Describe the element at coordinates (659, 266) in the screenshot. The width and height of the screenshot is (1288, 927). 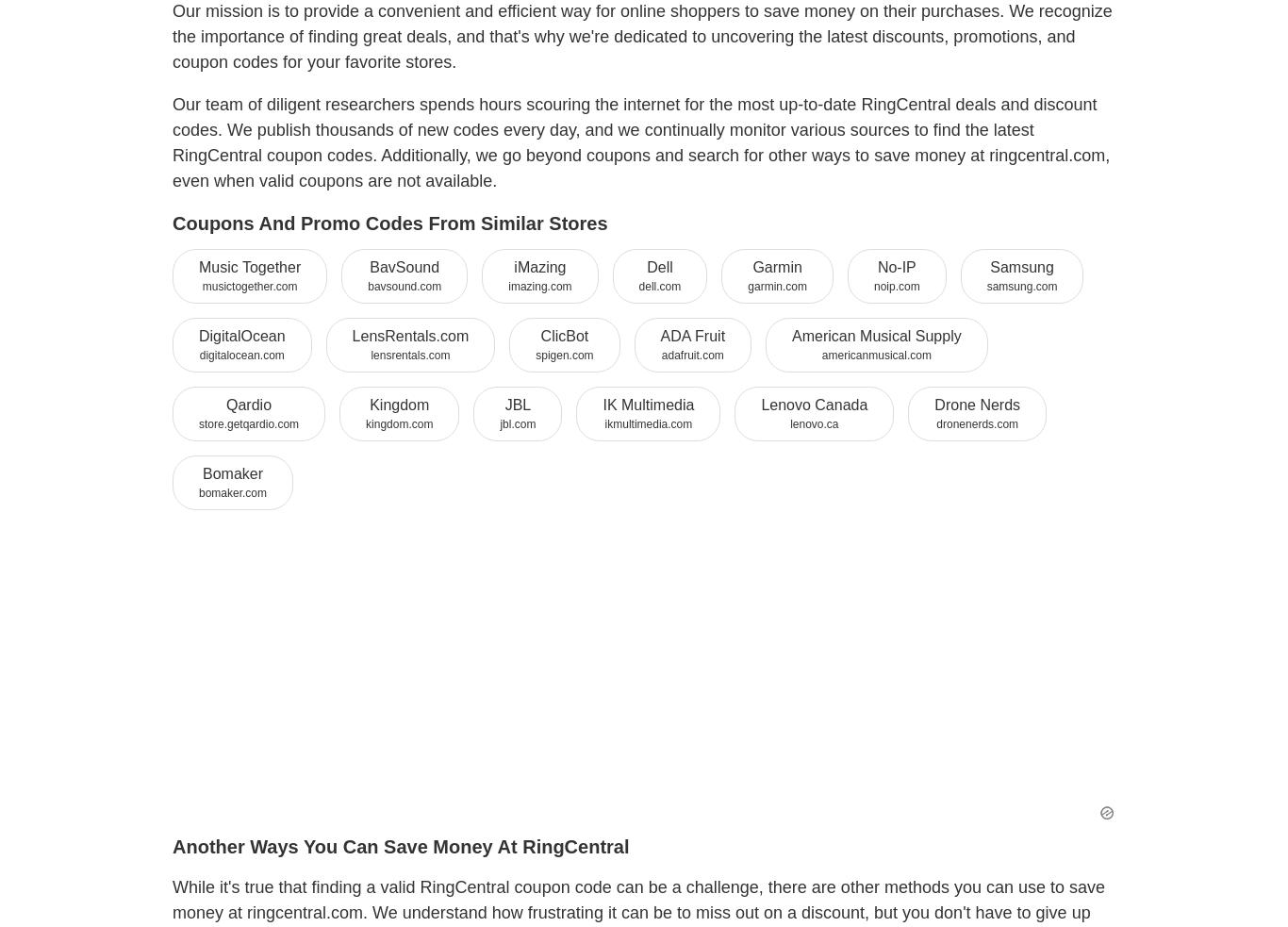
I see `'Dell'` at that location.